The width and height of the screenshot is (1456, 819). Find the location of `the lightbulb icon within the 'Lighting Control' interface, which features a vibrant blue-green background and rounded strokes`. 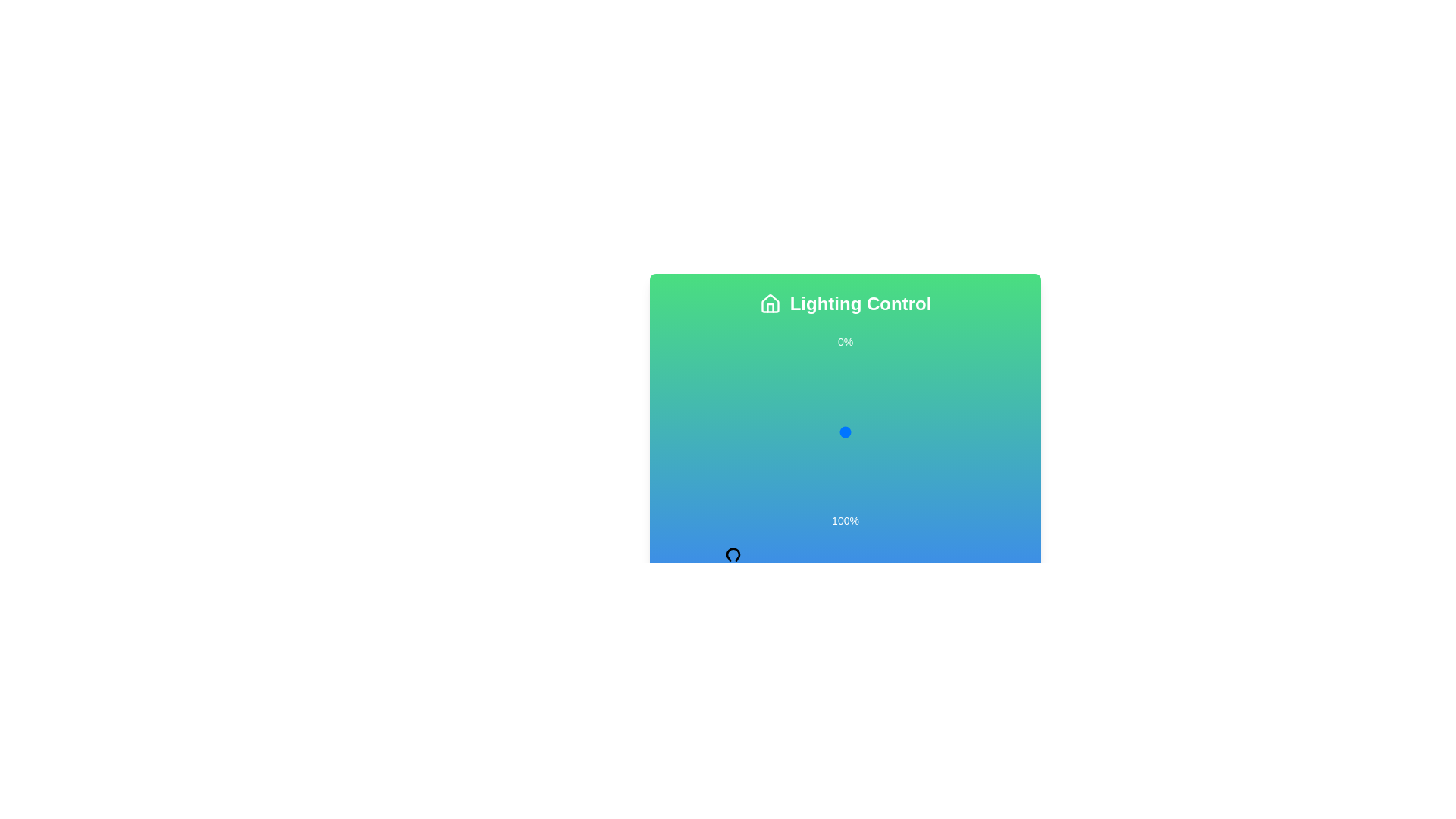

the lightbulb icon within the 'Lighting Control' interface, which features a vibrant blue-green background and rounded strokes is located at coordinates (733, 554).